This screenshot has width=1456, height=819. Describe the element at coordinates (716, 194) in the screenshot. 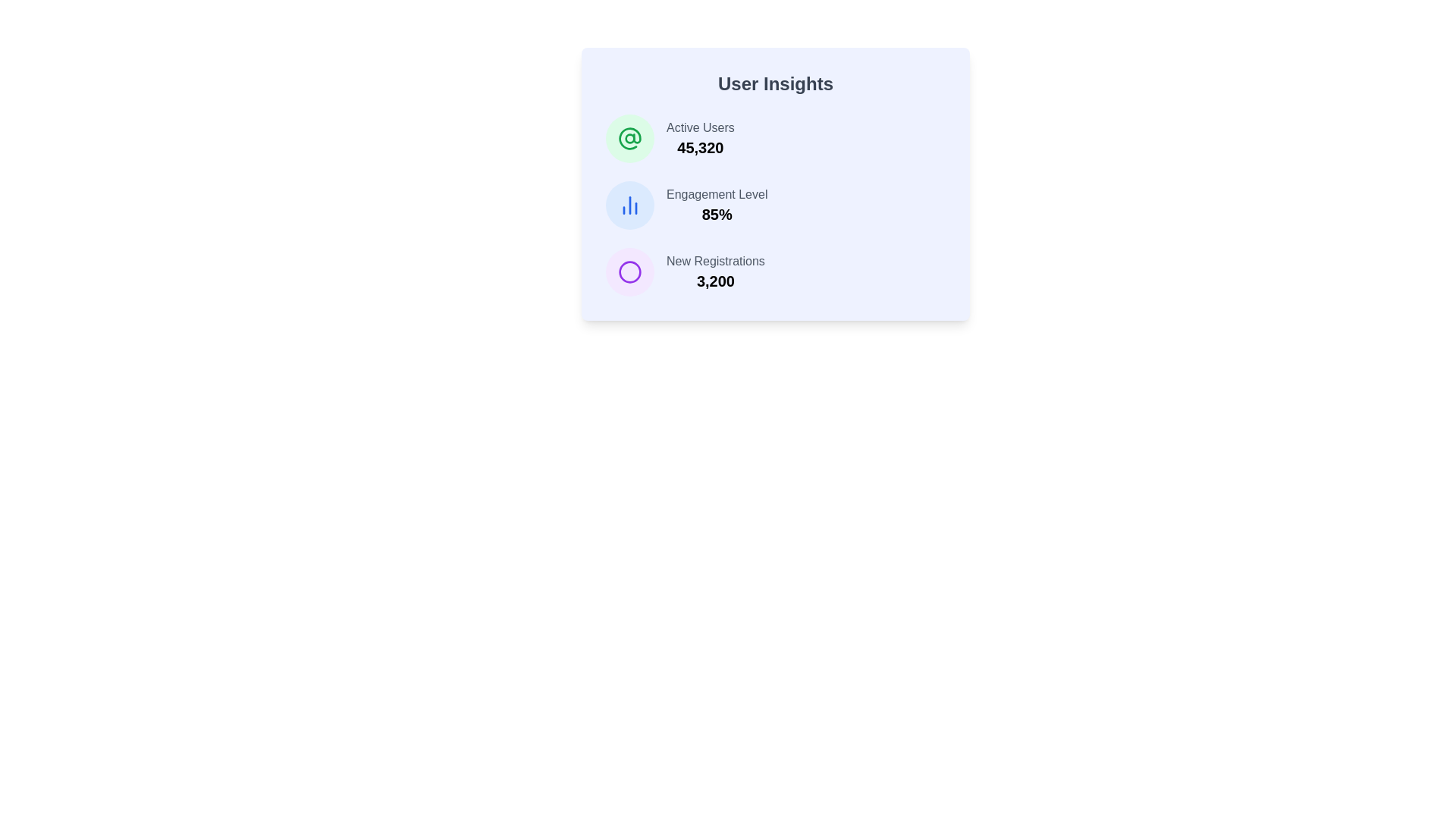

I see `the 'Engagement Level' text label, which is styled in gray and located in the 'User Insights' panel, positioned above the '85%' text` at that location.